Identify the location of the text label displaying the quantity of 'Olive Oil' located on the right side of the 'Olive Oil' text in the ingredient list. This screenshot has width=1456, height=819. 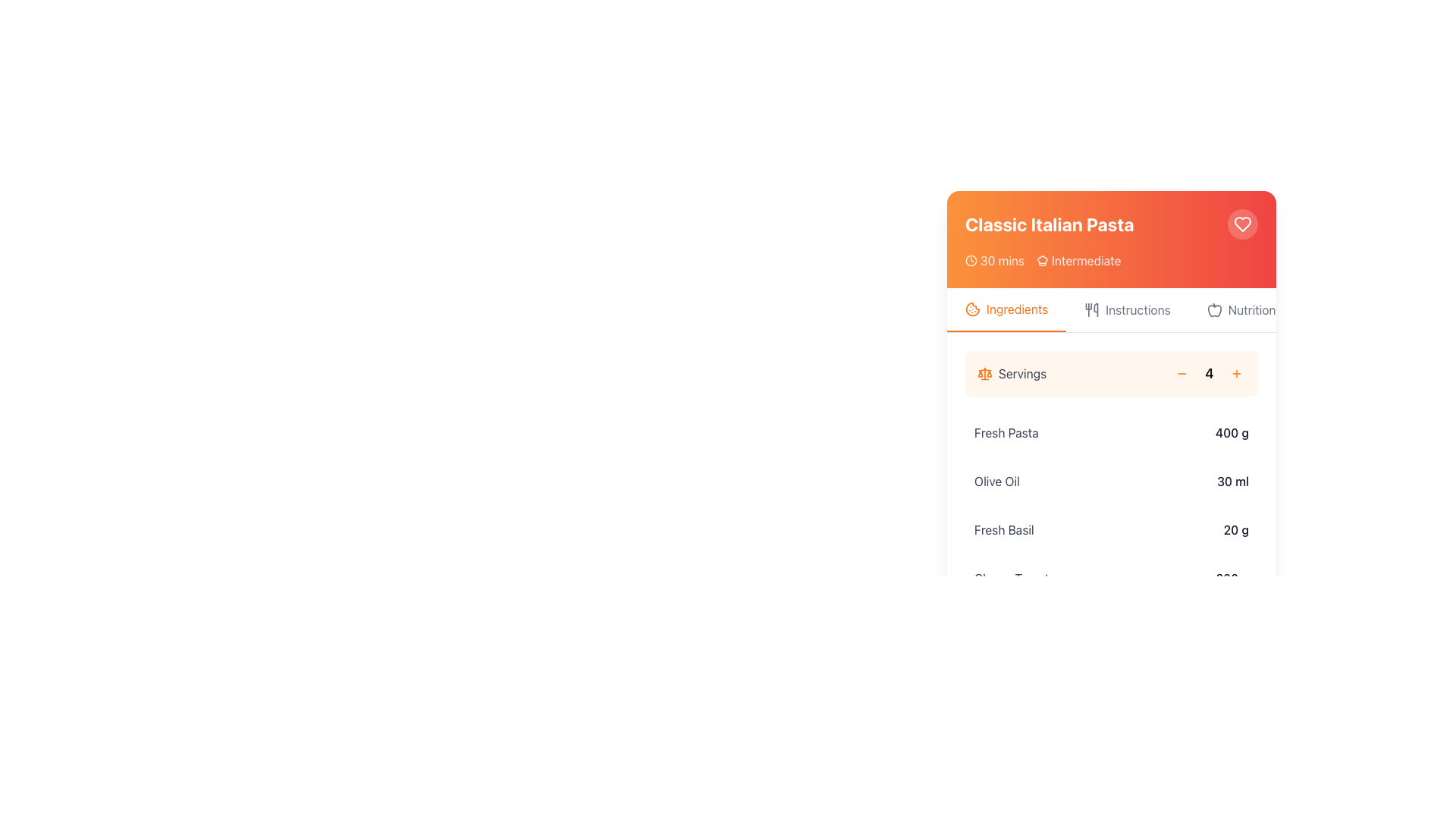
(1233, 482).